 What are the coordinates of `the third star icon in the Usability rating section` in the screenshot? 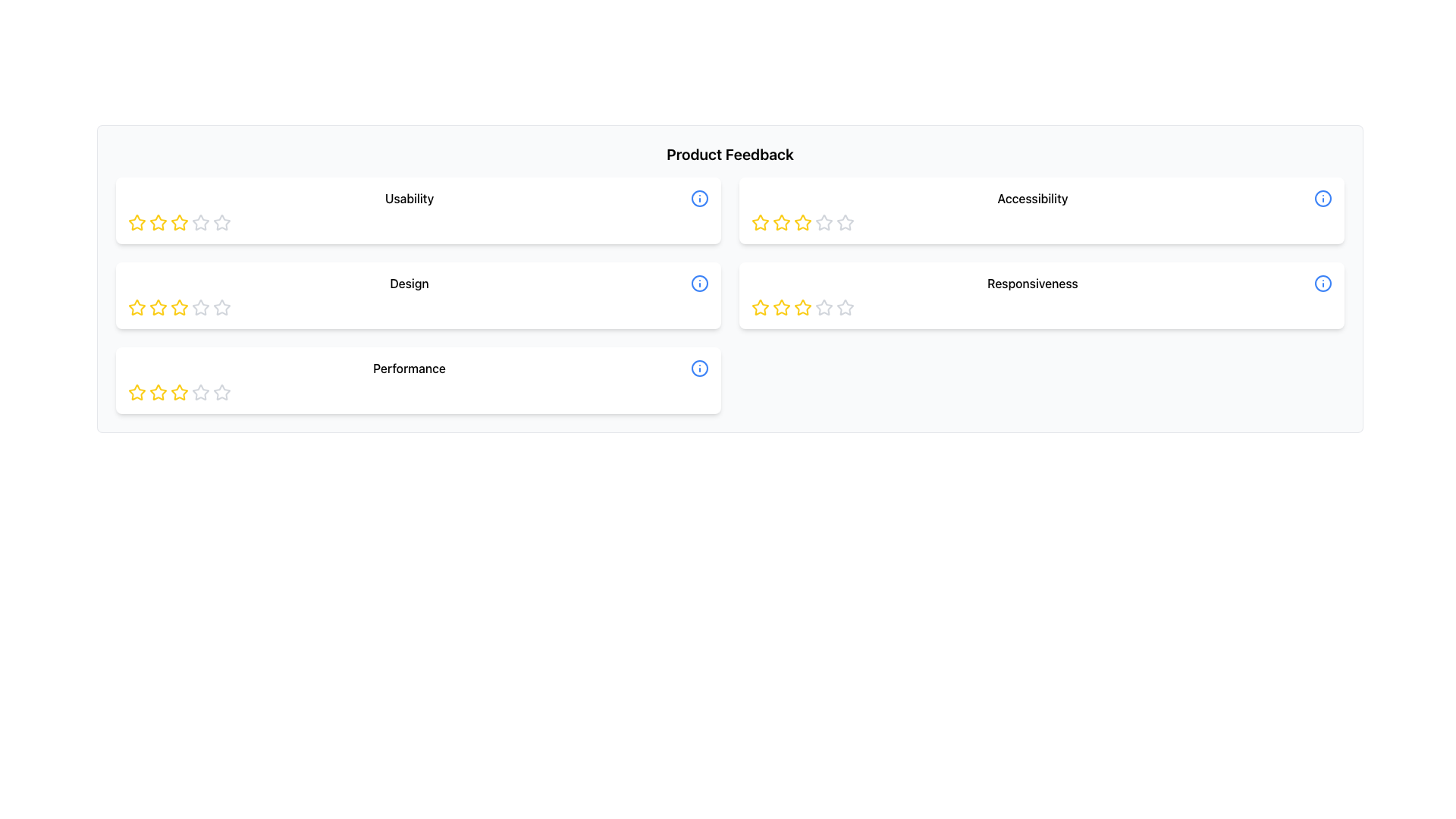 It's located at (158, 222).